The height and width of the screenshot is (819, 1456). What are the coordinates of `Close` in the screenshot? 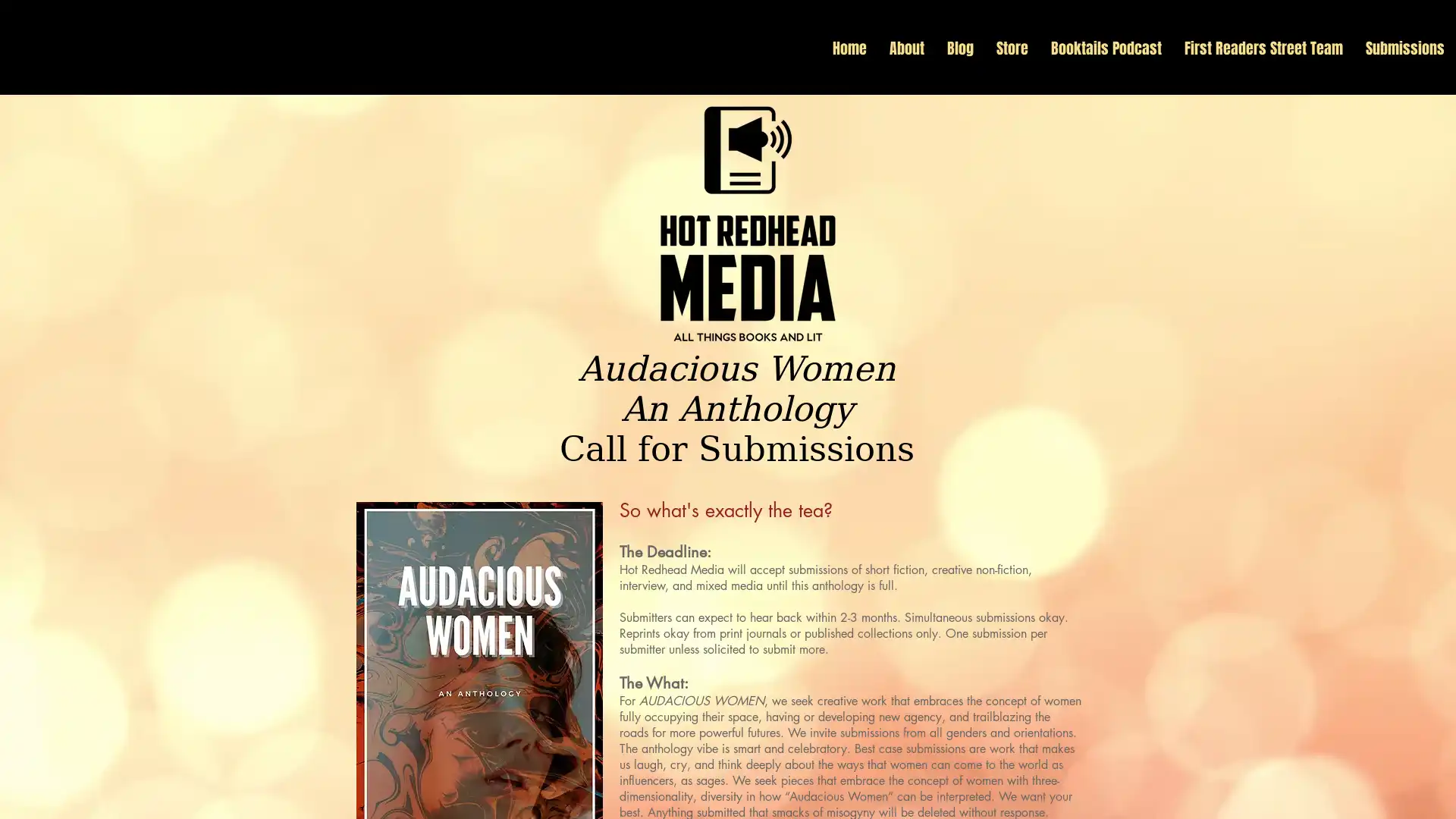 It's located at (1437, 792).